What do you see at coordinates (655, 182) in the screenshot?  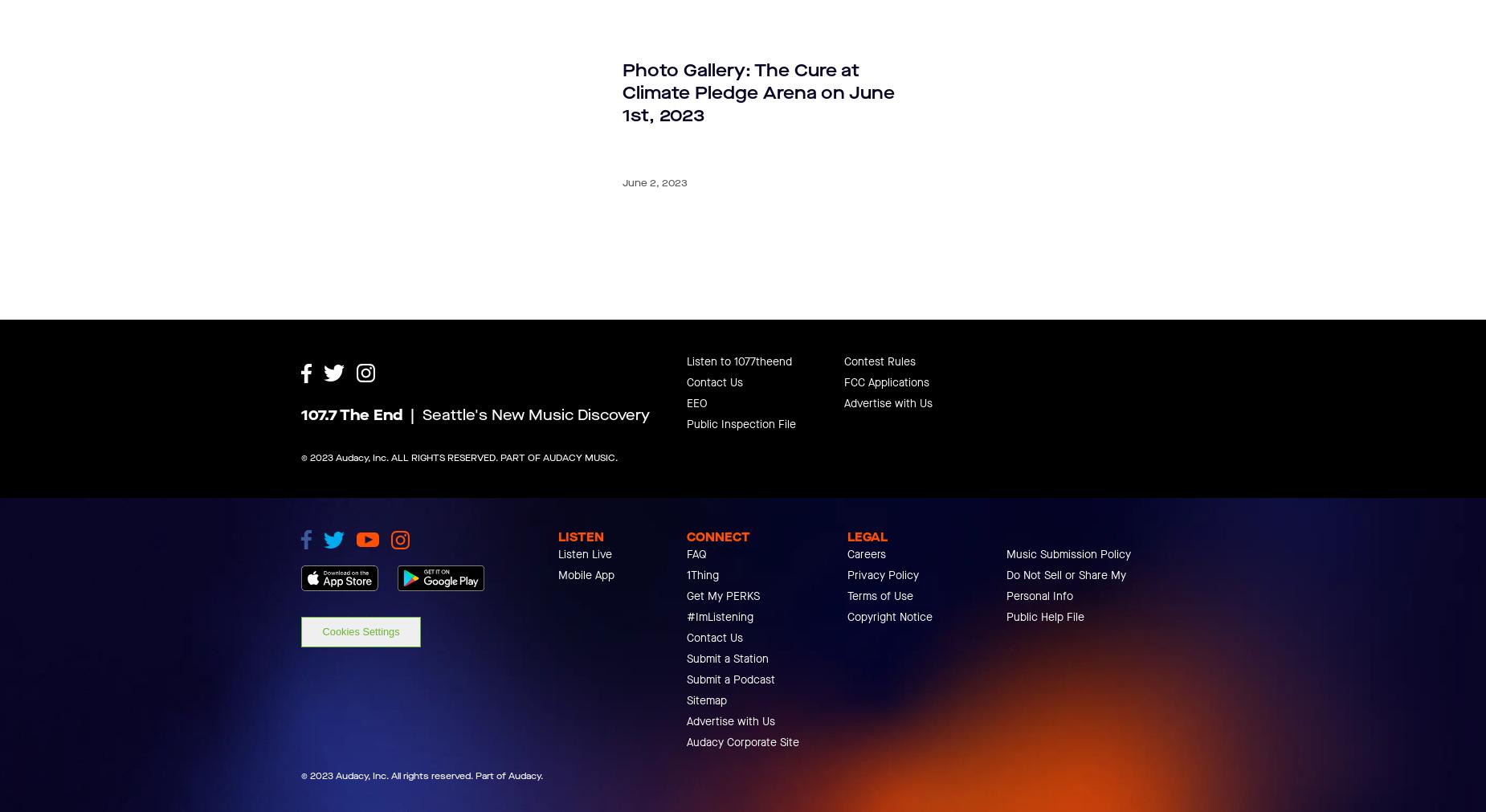 I see `'June 2, 2023'` at bounding box center [655, 182].